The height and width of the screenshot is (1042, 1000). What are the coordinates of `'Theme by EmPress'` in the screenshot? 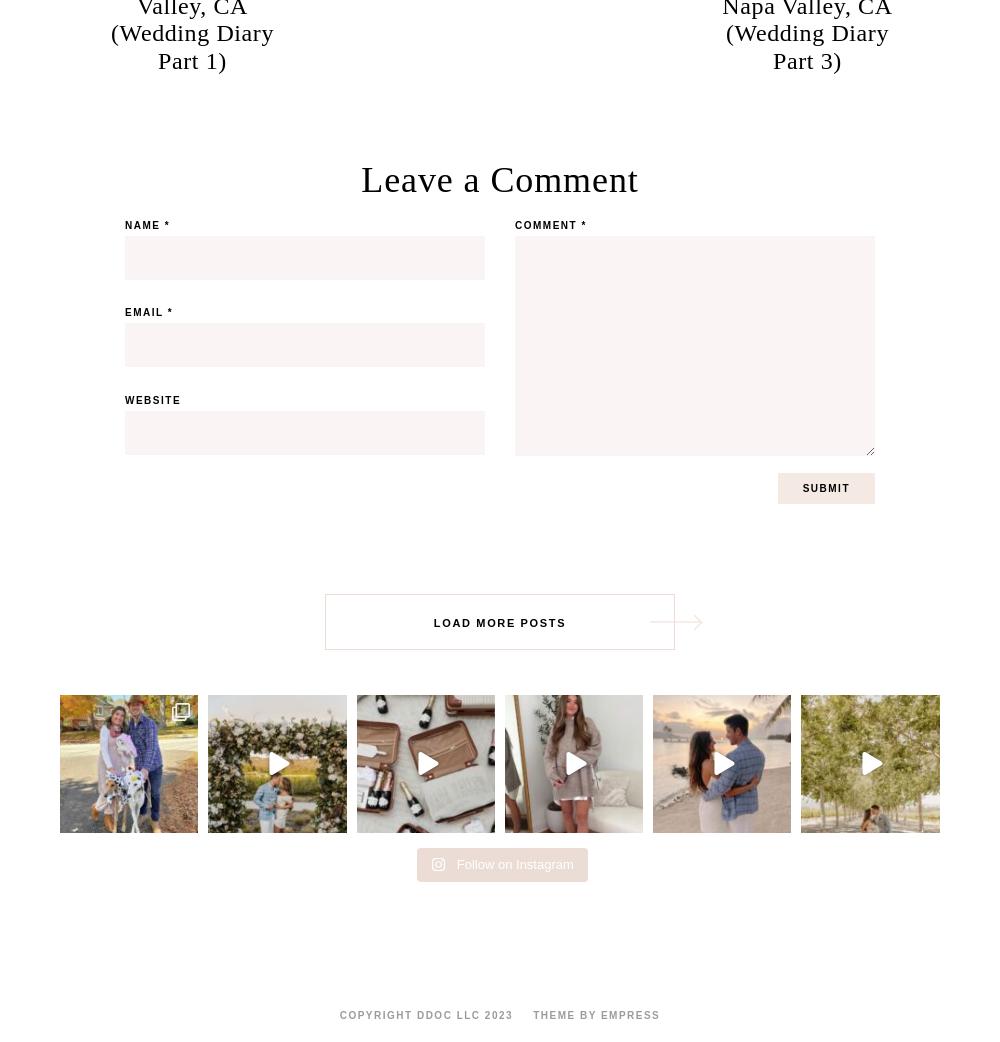 It's located at (595, 1014).